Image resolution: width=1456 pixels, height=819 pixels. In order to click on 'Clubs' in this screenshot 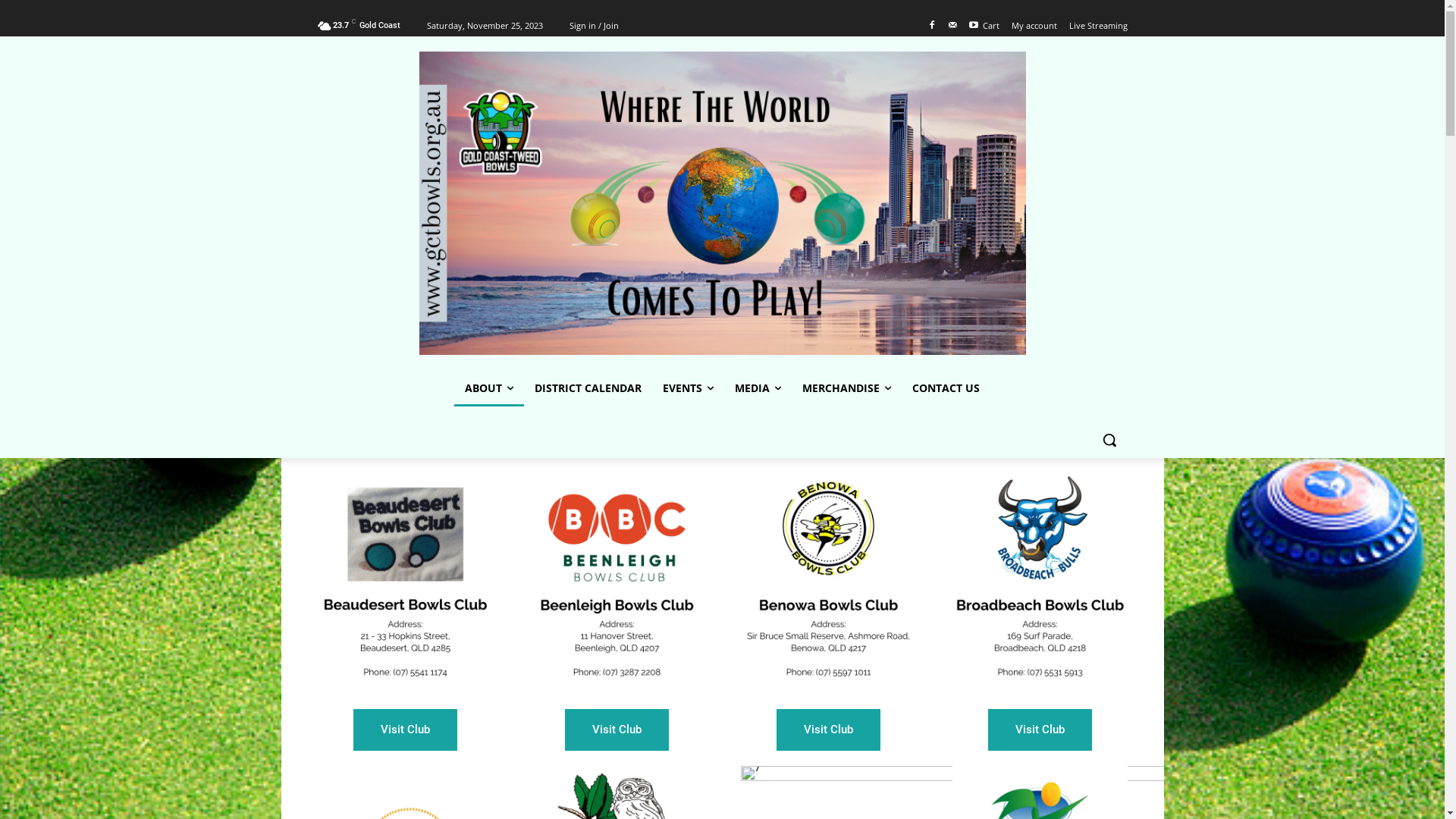, I will do `click(404, 580)`.